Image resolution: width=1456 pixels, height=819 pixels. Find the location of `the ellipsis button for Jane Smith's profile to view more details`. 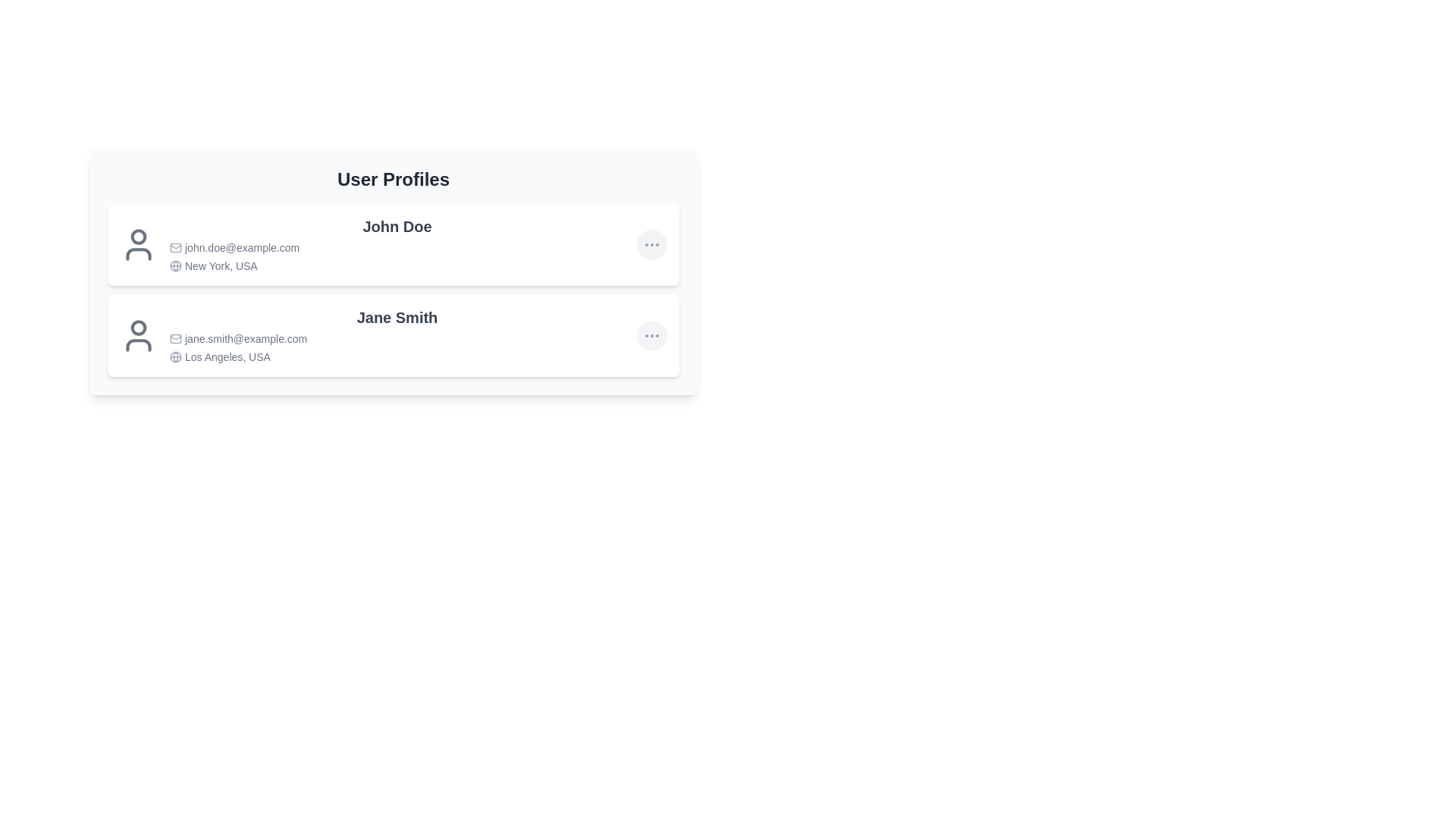

the ellipsis button for Jane Smith's profile to view more details is located at coordinates (651, 335).